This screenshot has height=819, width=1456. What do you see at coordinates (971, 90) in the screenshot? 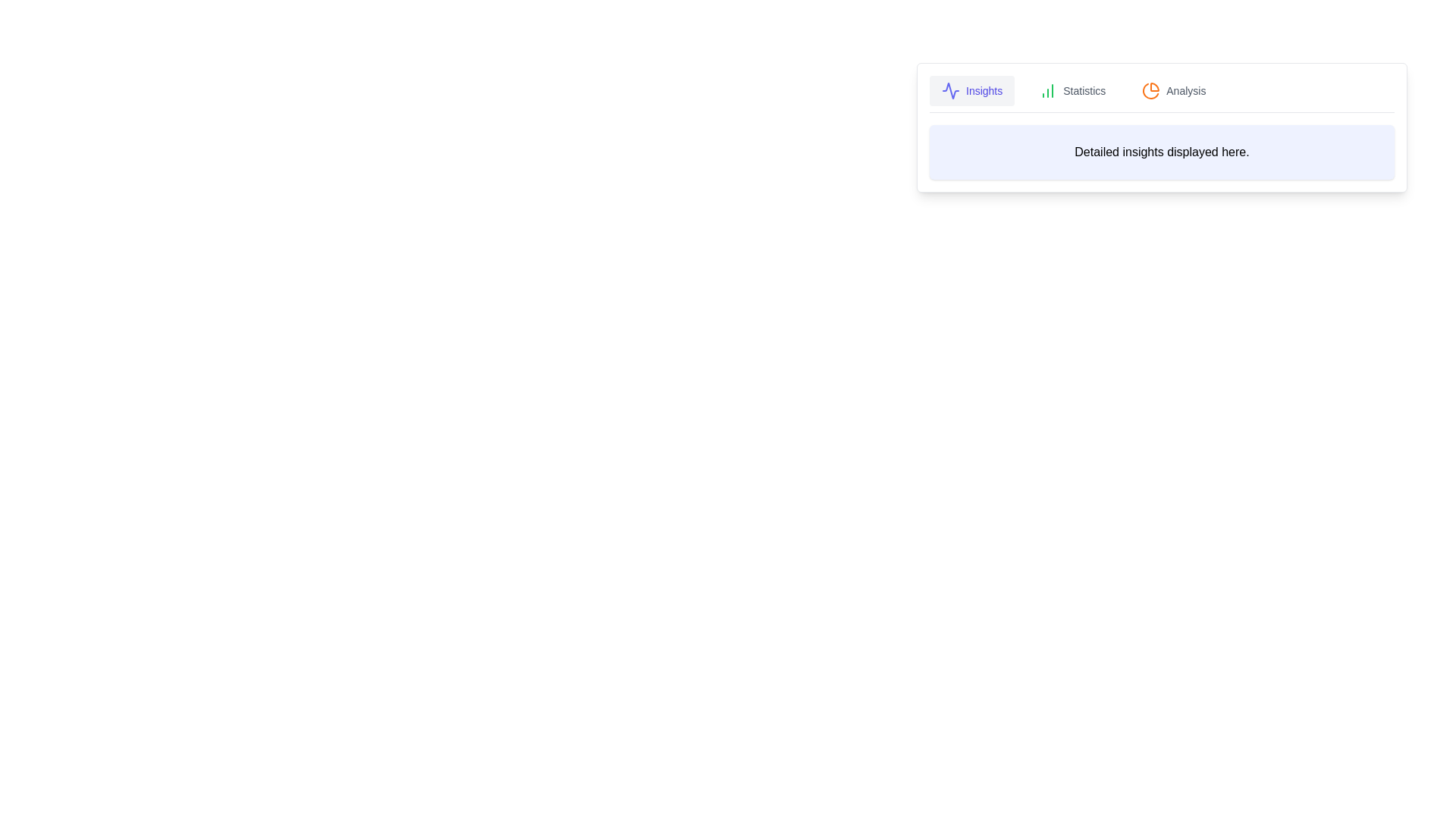
I see `the Insights tab to view its content` at bounding box center [971, 90].